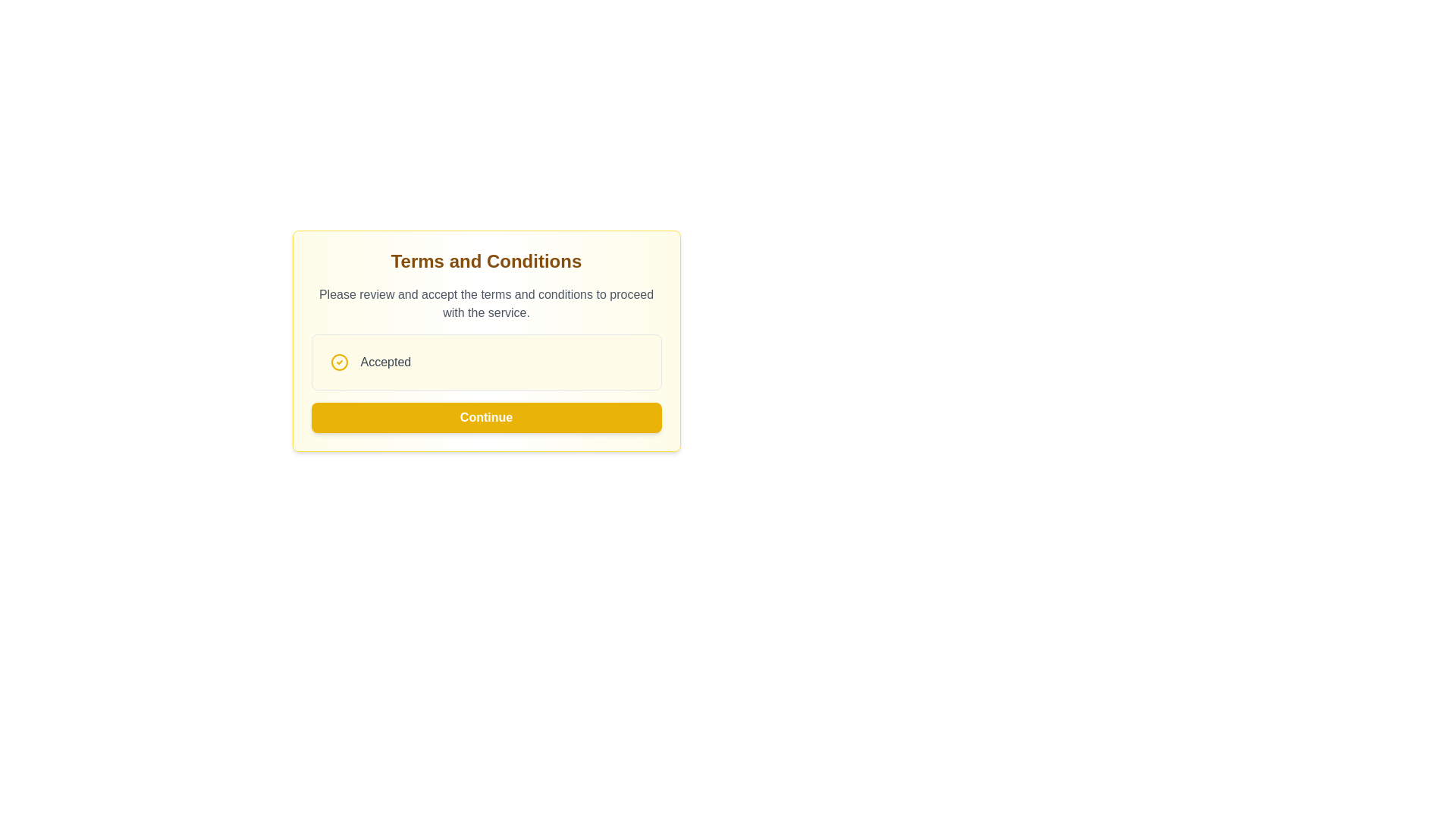 This screenshot has width=1456, height=819. What do you see at coordinates (338, 362) in the screenshot?
I see `the circular SVG graphic of the 'Accepted' checkbox in the Terms and Conditions agreement interface` at bounding box center [338, 362].